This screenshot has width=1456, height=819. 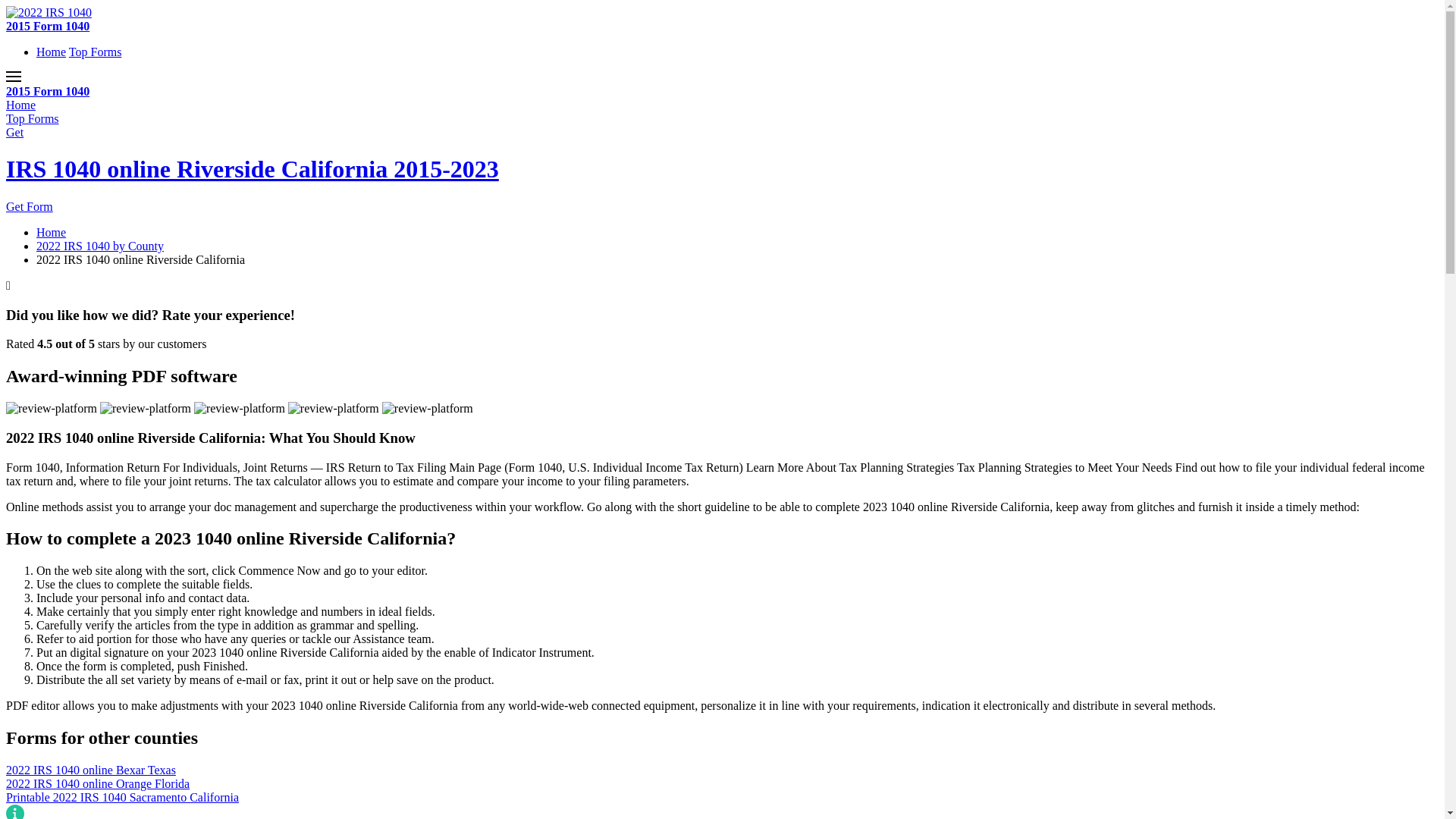 I want to click on '2022 IRS 1040 by County', so click(x=99, y=245).